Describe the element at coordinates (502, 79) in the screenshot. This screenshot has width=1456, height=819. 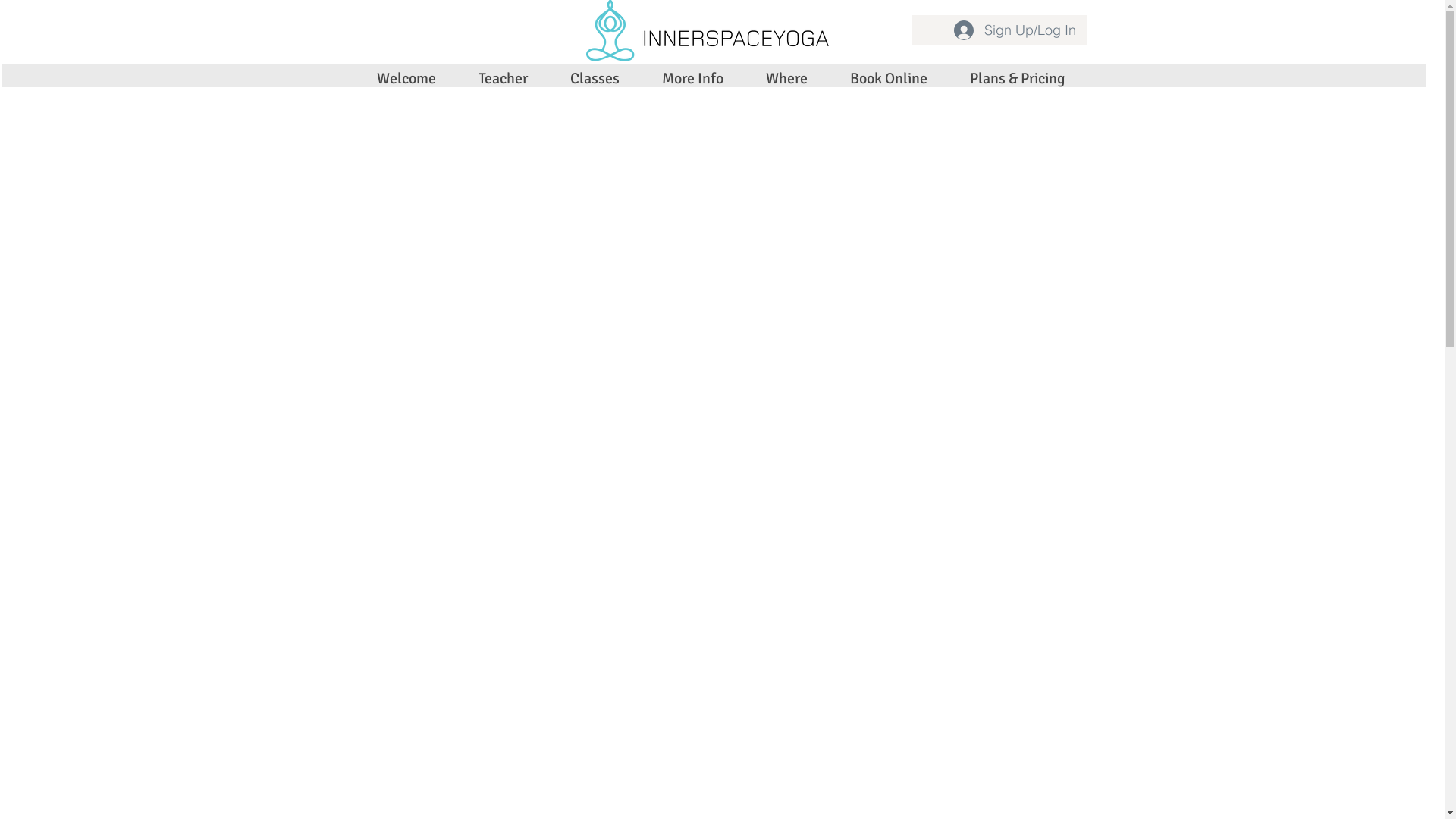
I see `'Teacher'` at that location.